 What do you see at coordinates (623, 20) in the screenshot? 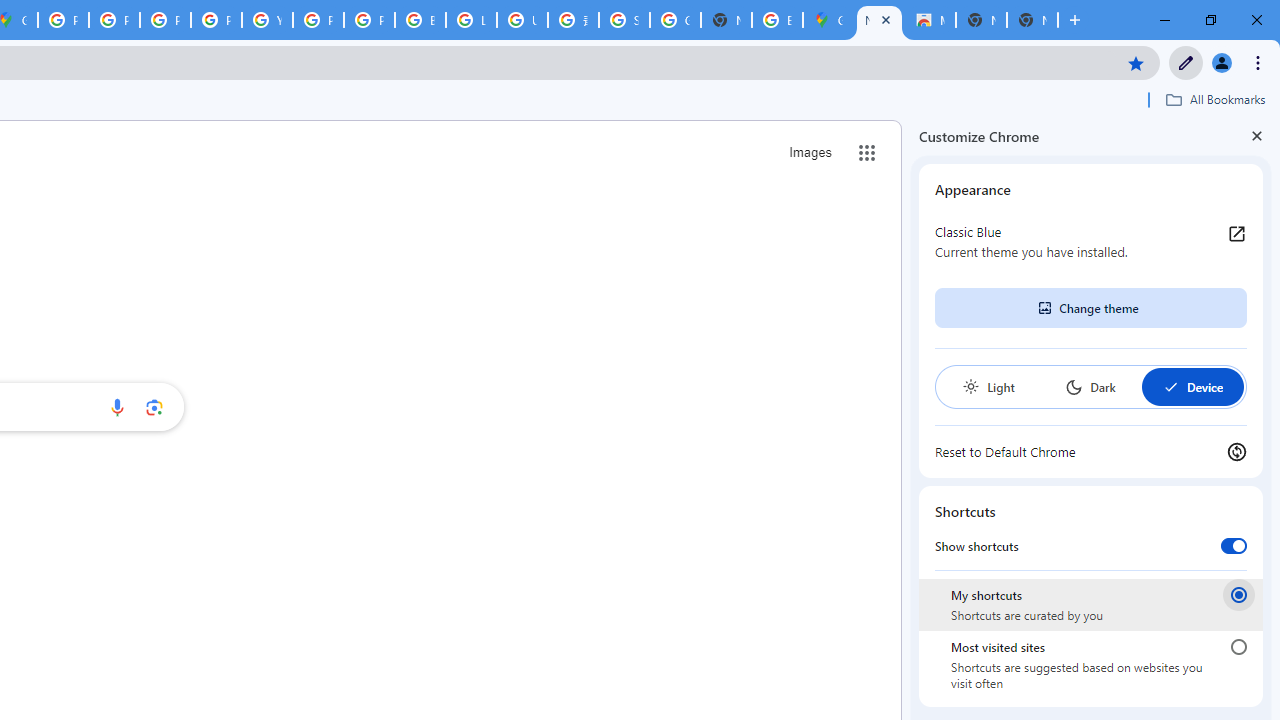
I see `'Sign in - Google Accounts'` at bounding box center [623, 20].